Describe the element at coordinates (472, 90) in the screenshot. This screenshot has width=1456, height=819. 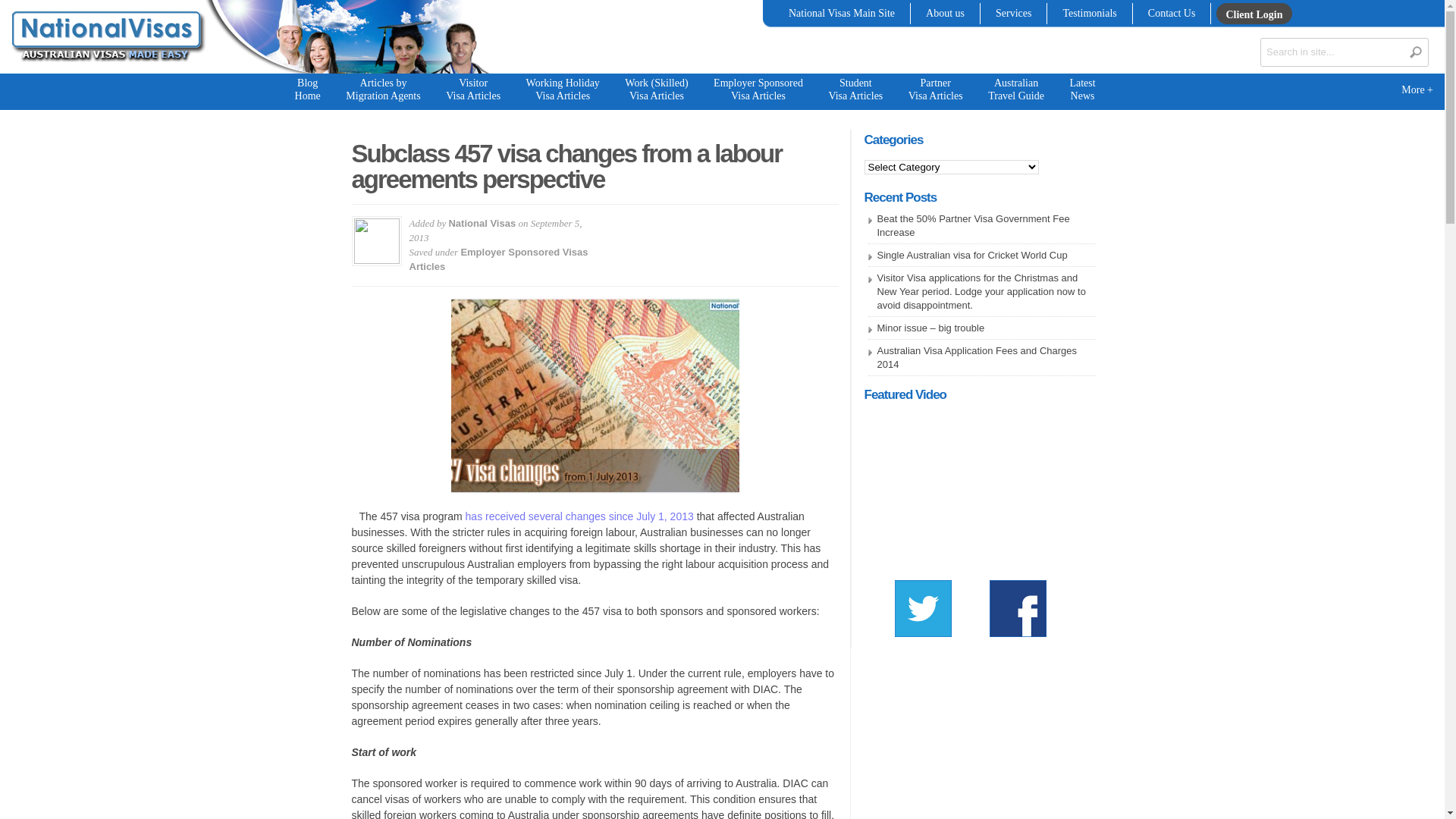
I see `'Visitor` at that location.